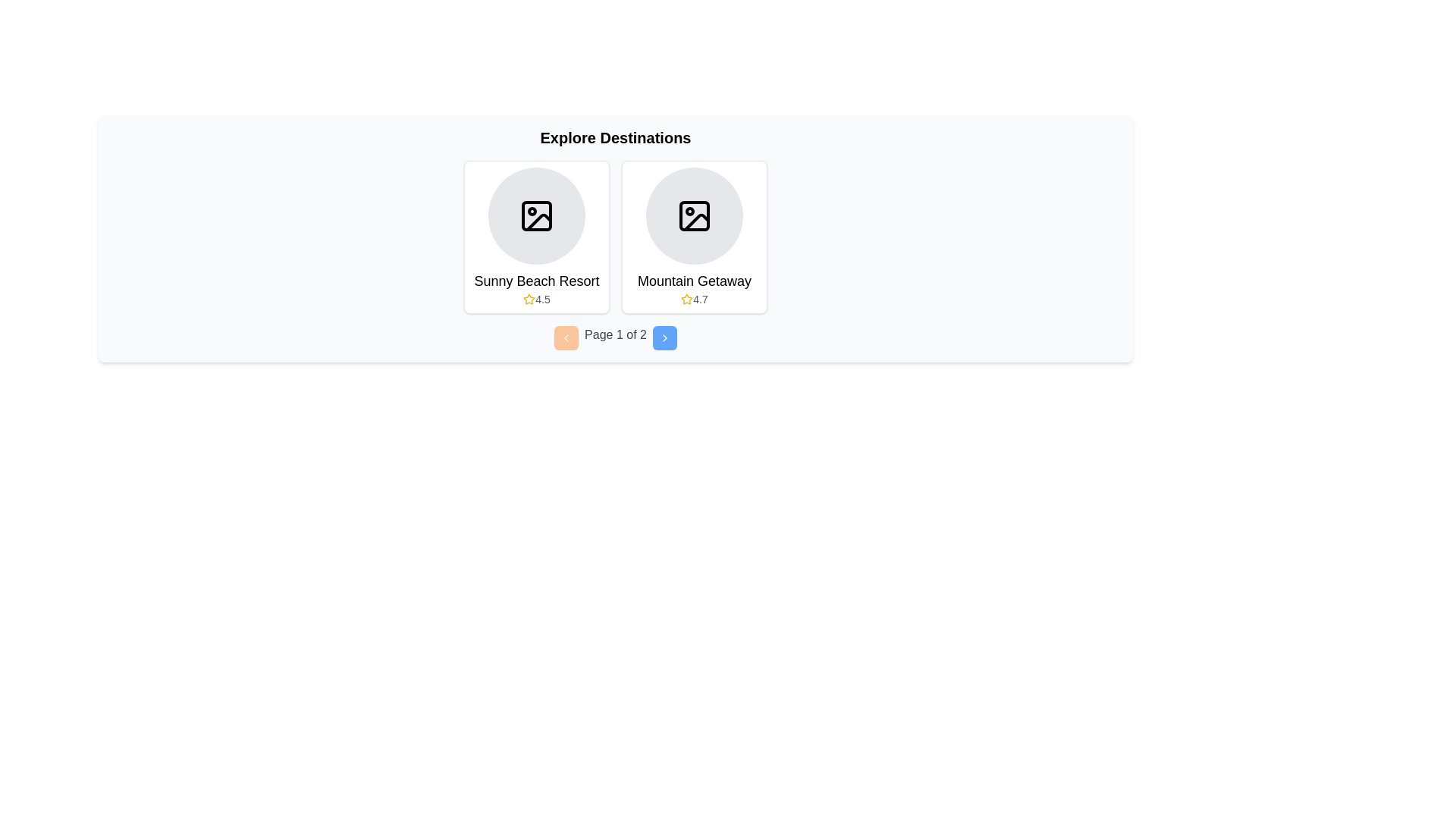  Describe the element at coordinates (566, 337) in the screenshot. I see `the backward navigation button located to the left of 'Page 1 of 2' in the pagination controls` at that location.